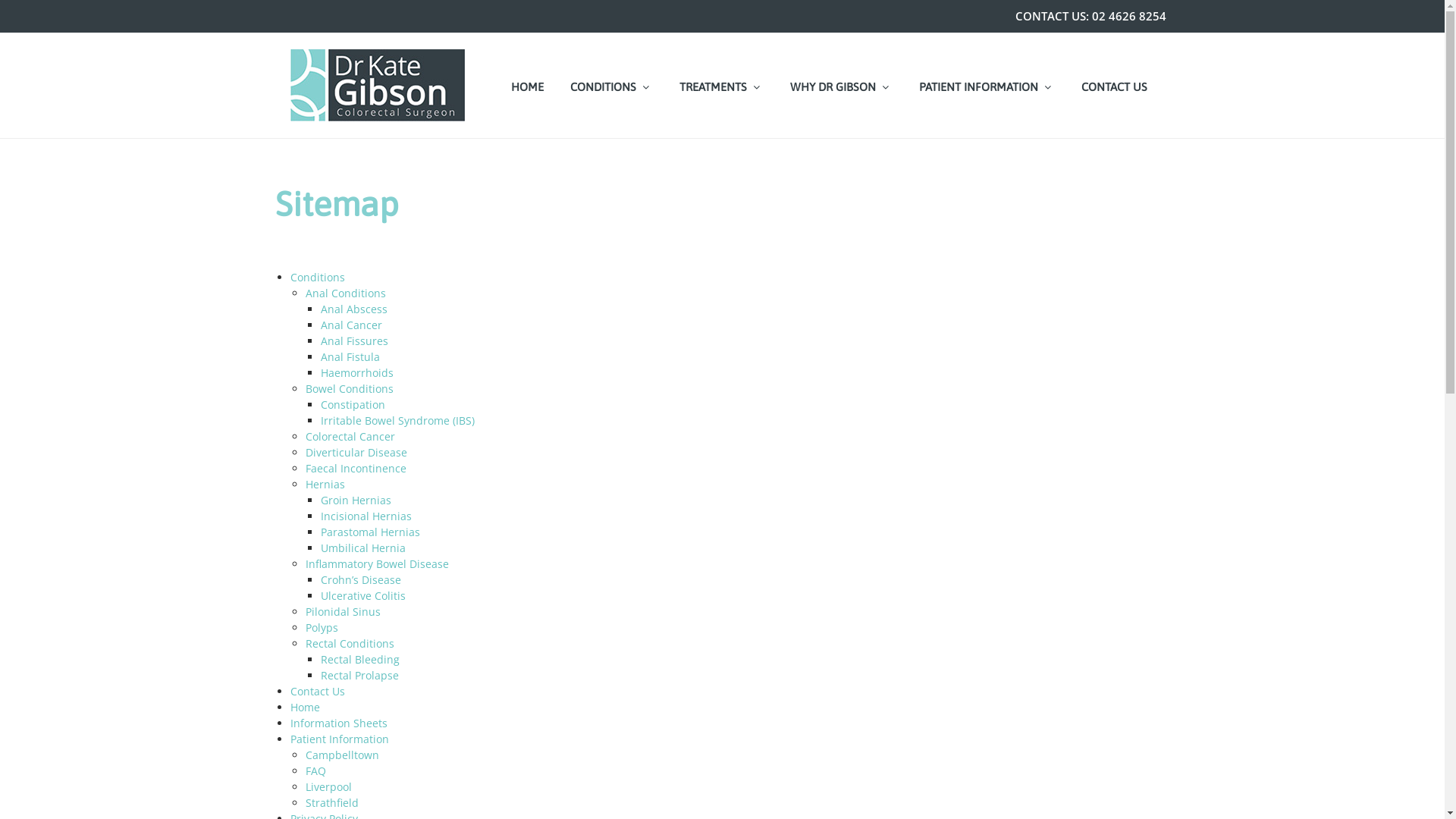 Image resolution: width=1456 pixels, height=819 pixels. I want to click on 'Irritable Bowel Syndrome (IBS)', so click(397, 420).